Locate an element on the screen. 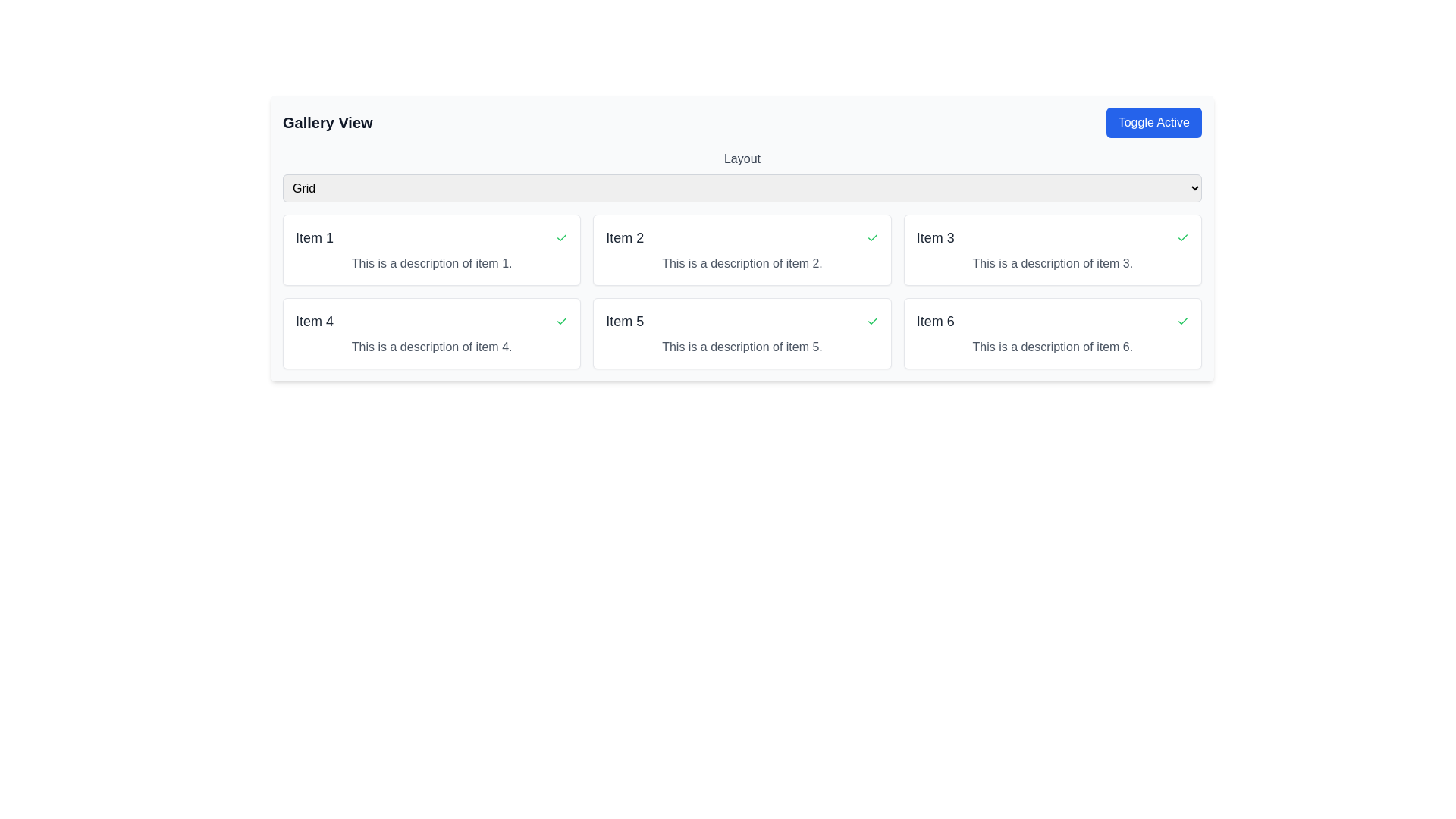  text from the Text label that serves as a title for the section above the 'GridList' dropdown menu is located at coordinates (742, 158).